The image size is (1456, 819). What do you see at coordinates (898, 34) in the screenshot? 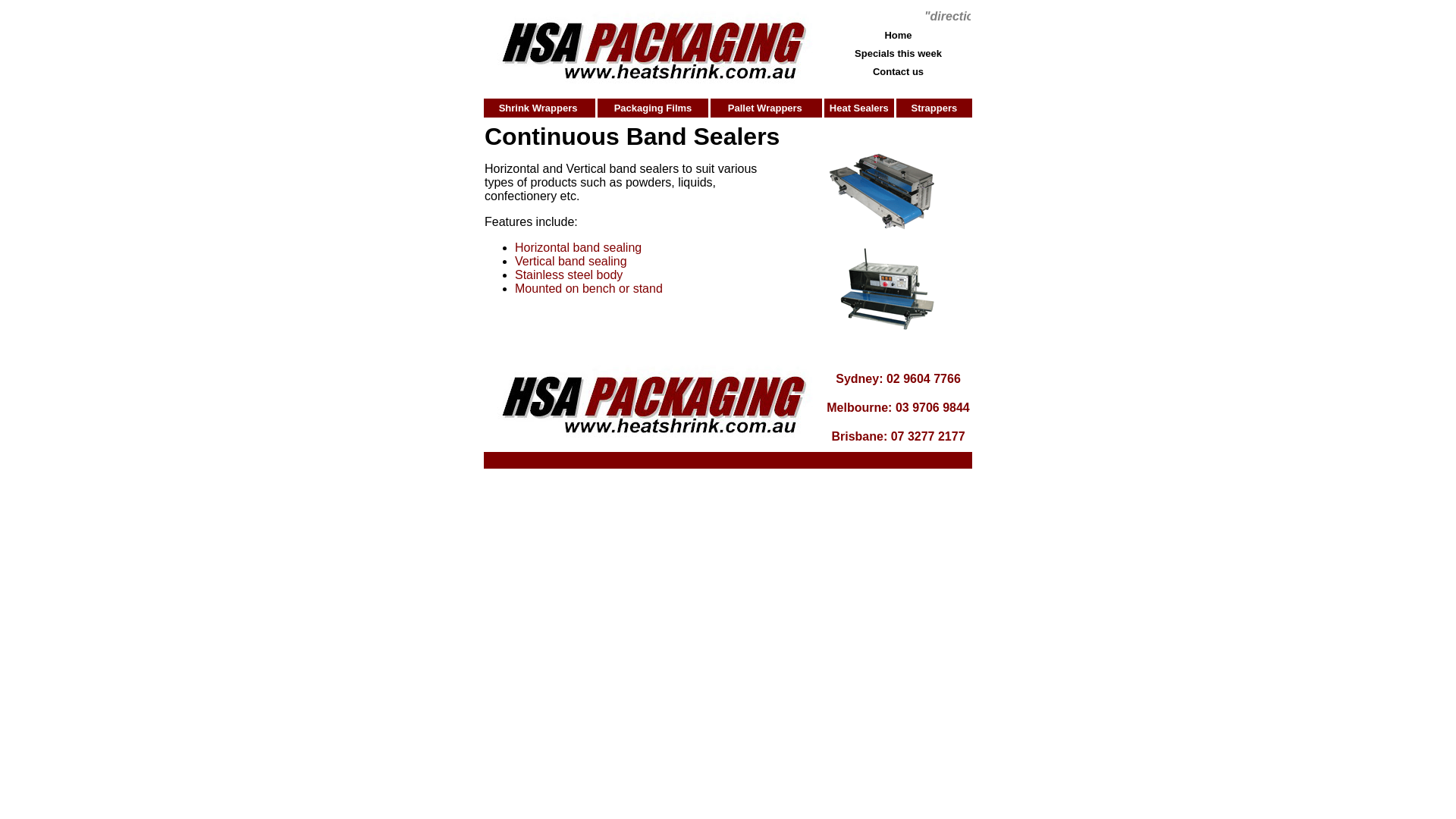
I see `'Home'` at bounding box center [898, 34].